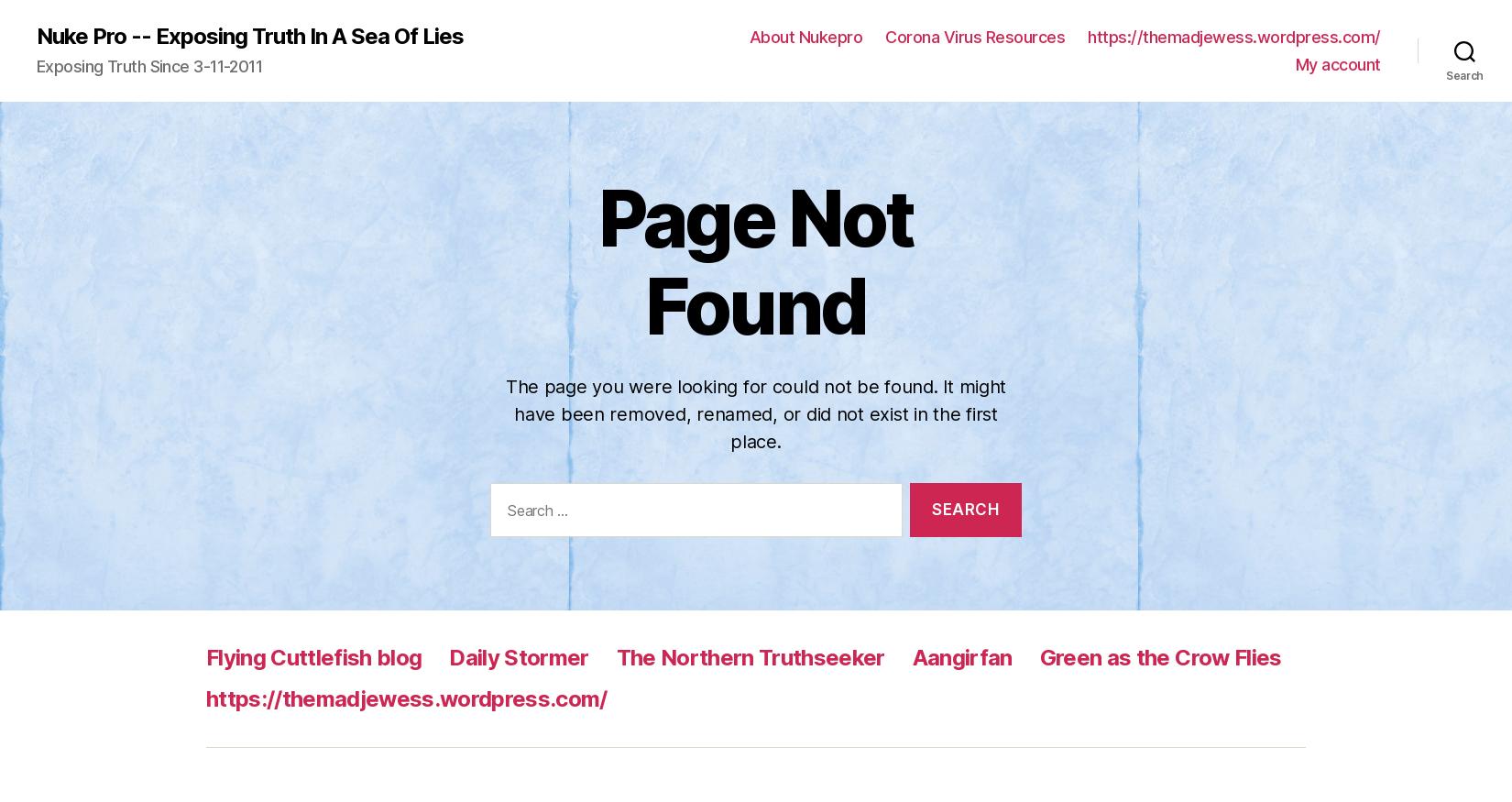 The width and height of the screenshot is (1512, 802). Describe the element at coordinates (847, 452) in the screenshot. I see `'October 2023'` at that location.